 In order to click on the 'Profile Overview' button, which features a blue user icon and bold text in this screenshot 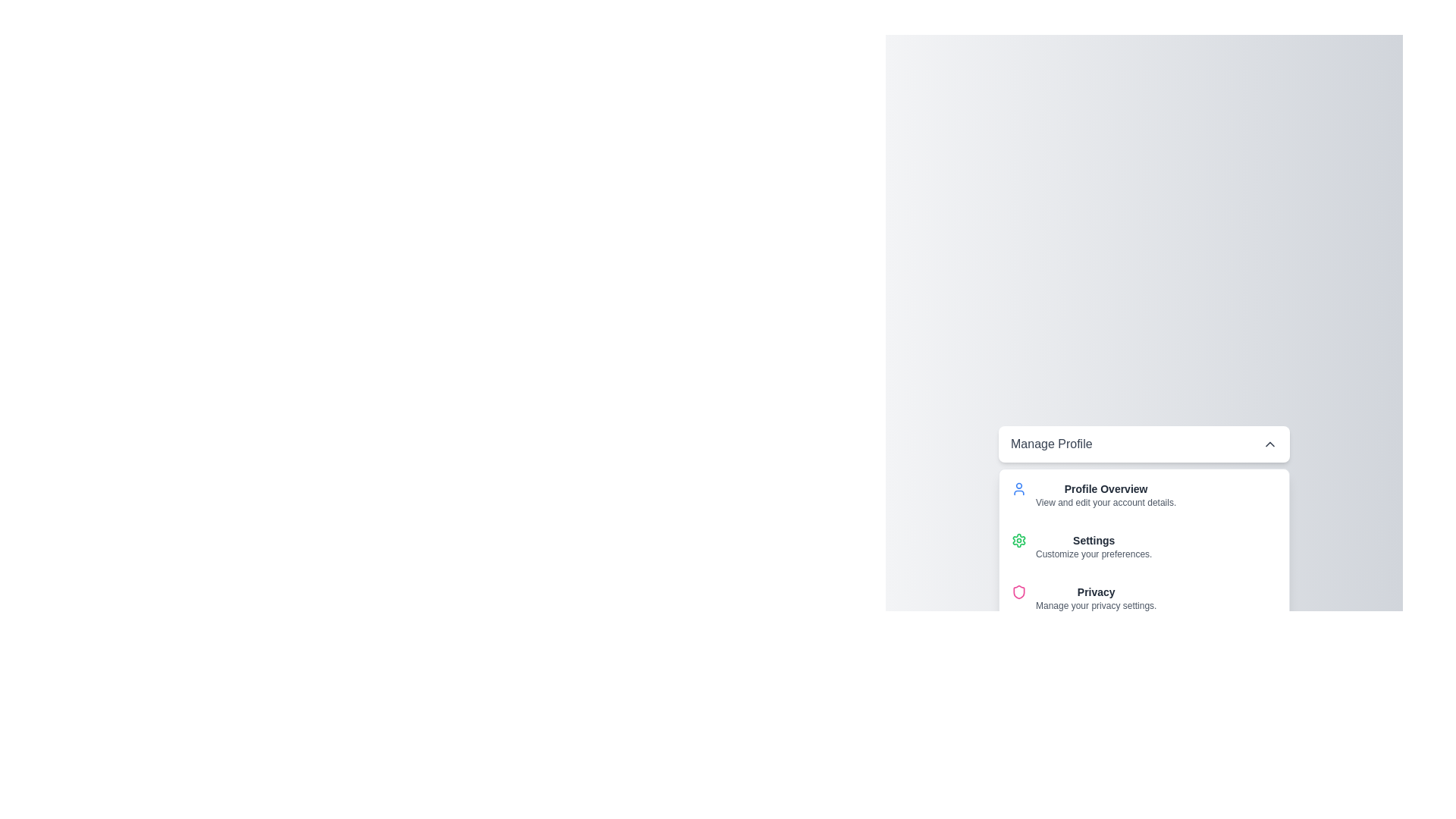, I will do `click(1144, 494)`.